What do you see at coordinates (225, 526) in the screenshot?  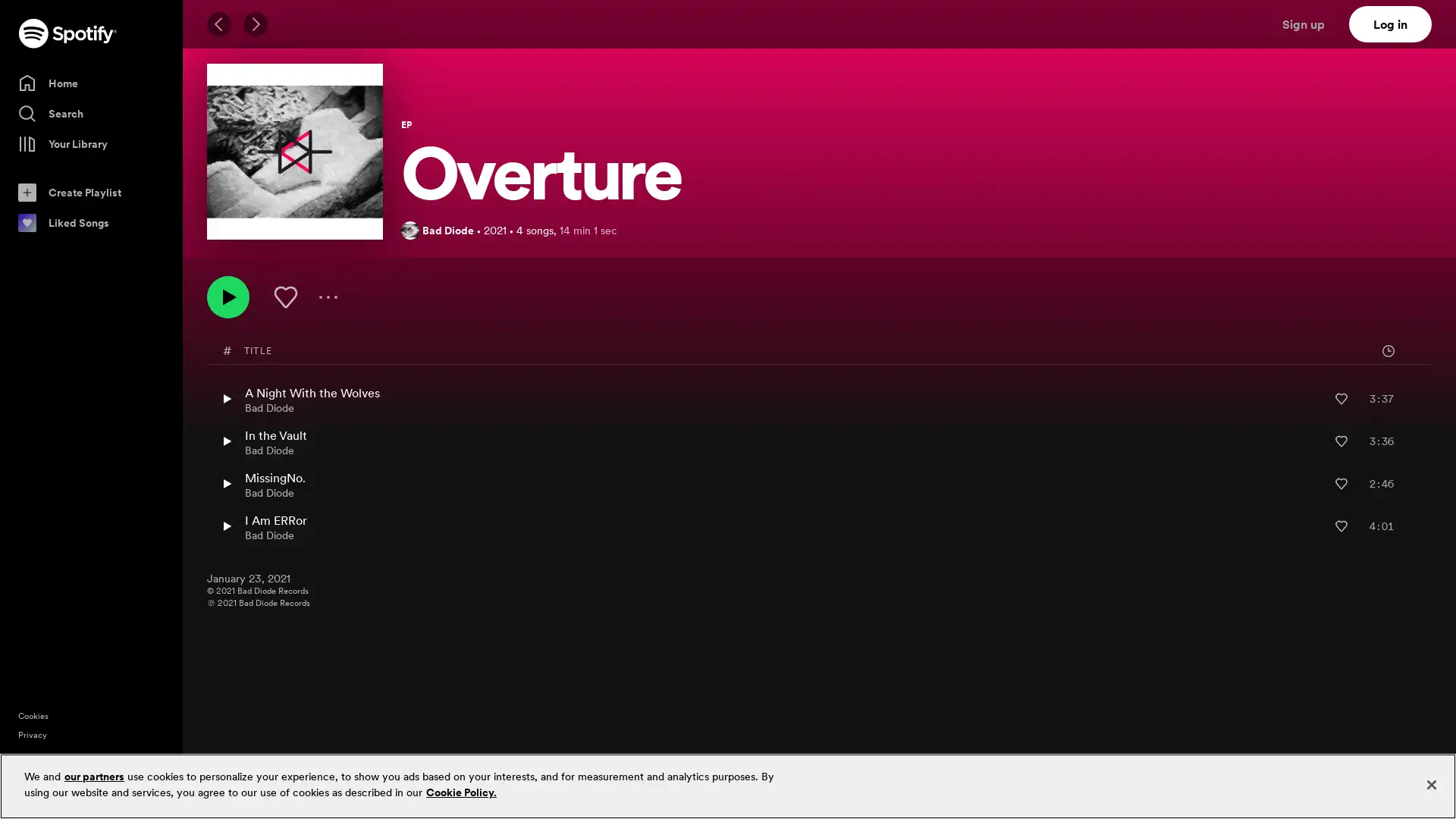 I see `Play I Am ERRor by Bad Diode` at bounding box center [225, 526].